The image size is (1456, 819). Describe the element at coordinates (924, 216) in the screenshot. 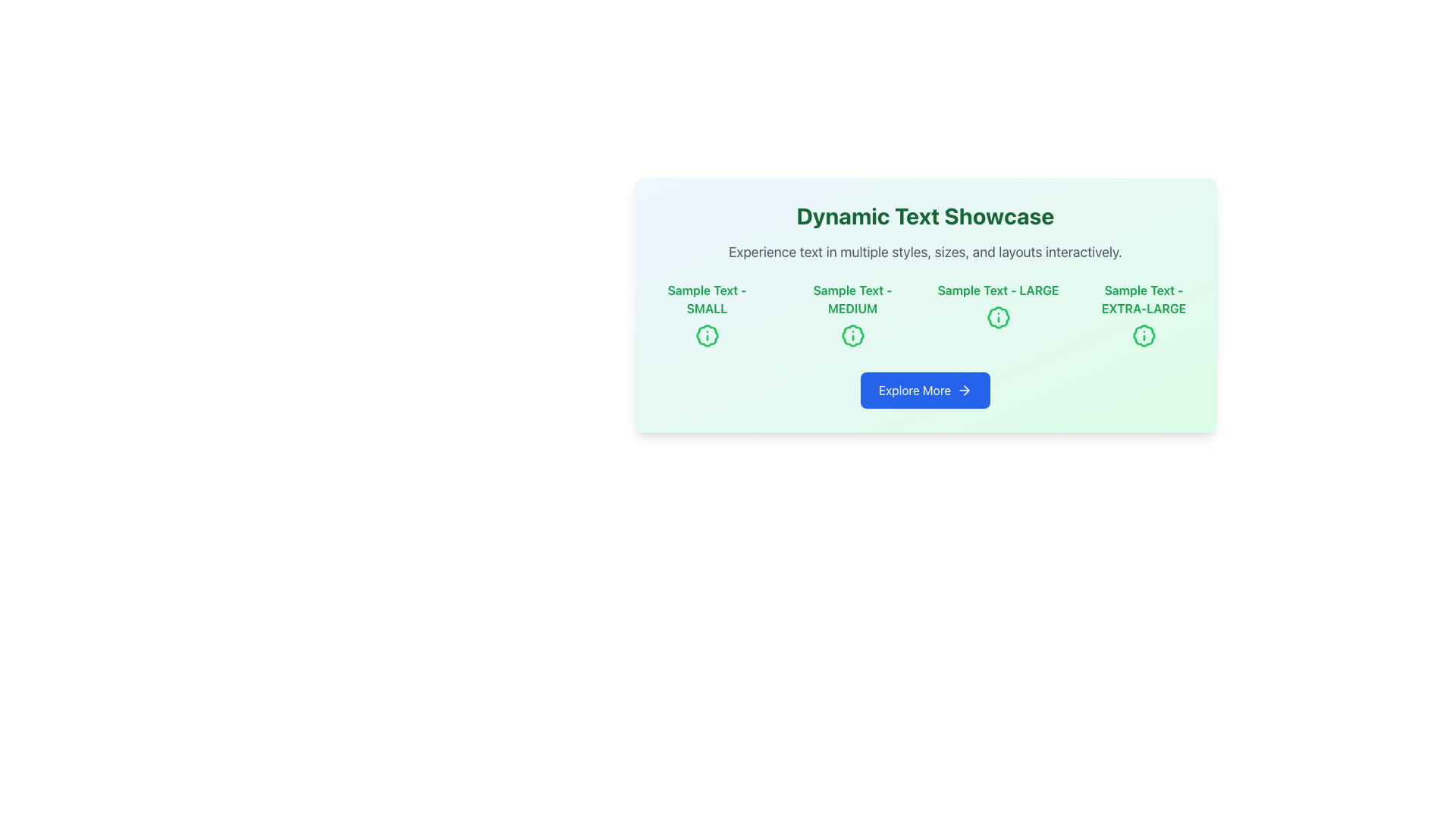

I see `the title text located at the top of the green-shaded rectangular section, which introduces the purpose or theme of the content` at that location.